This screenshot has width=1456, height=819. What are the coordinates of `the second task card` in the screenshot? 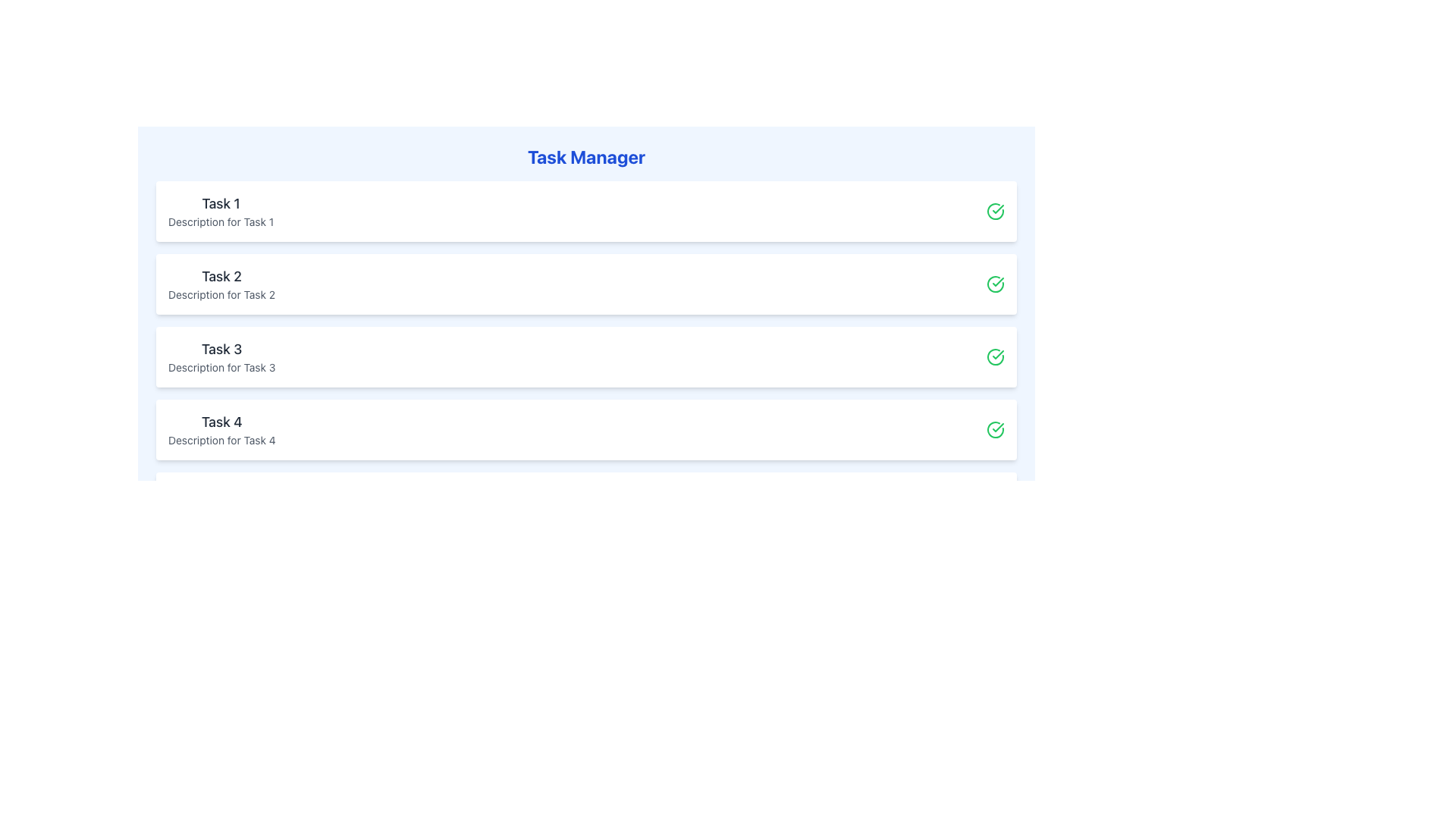 It's located at (585, 284).